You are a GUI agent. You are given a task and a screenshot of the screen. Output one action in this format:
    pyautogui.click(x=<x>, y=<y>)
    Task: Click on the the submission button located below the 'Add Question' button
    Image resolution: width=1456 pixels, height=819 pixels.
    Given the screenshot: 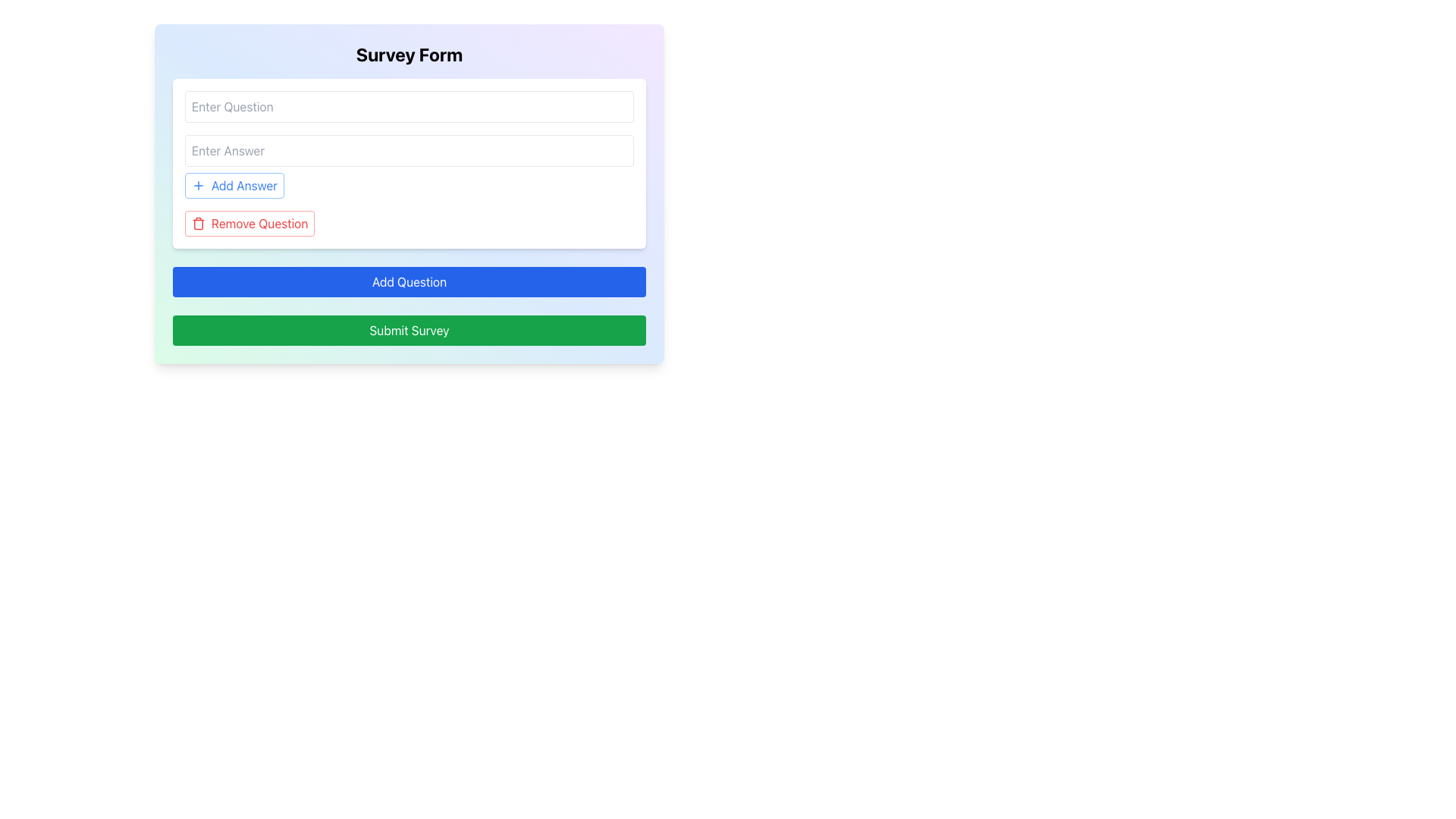 What is the action you would take?
    pyautogui.click(x=409, y=329)
    